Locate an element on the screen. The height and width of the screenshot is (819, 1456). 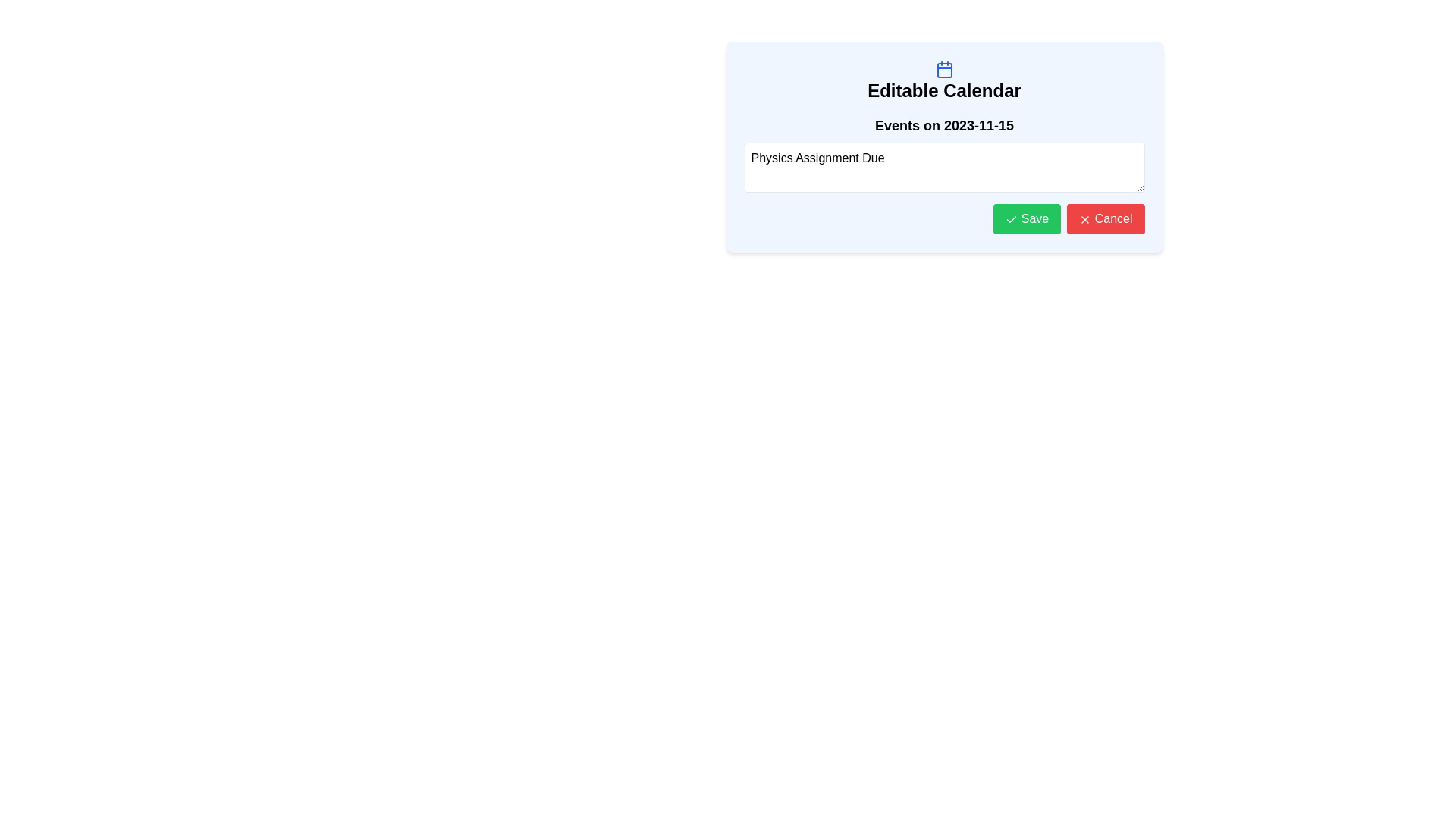
the small green checkmark icon located to the left of the 'Save' button, which has a transparent background and is outlined in green is located at coordinates (1012, 219).